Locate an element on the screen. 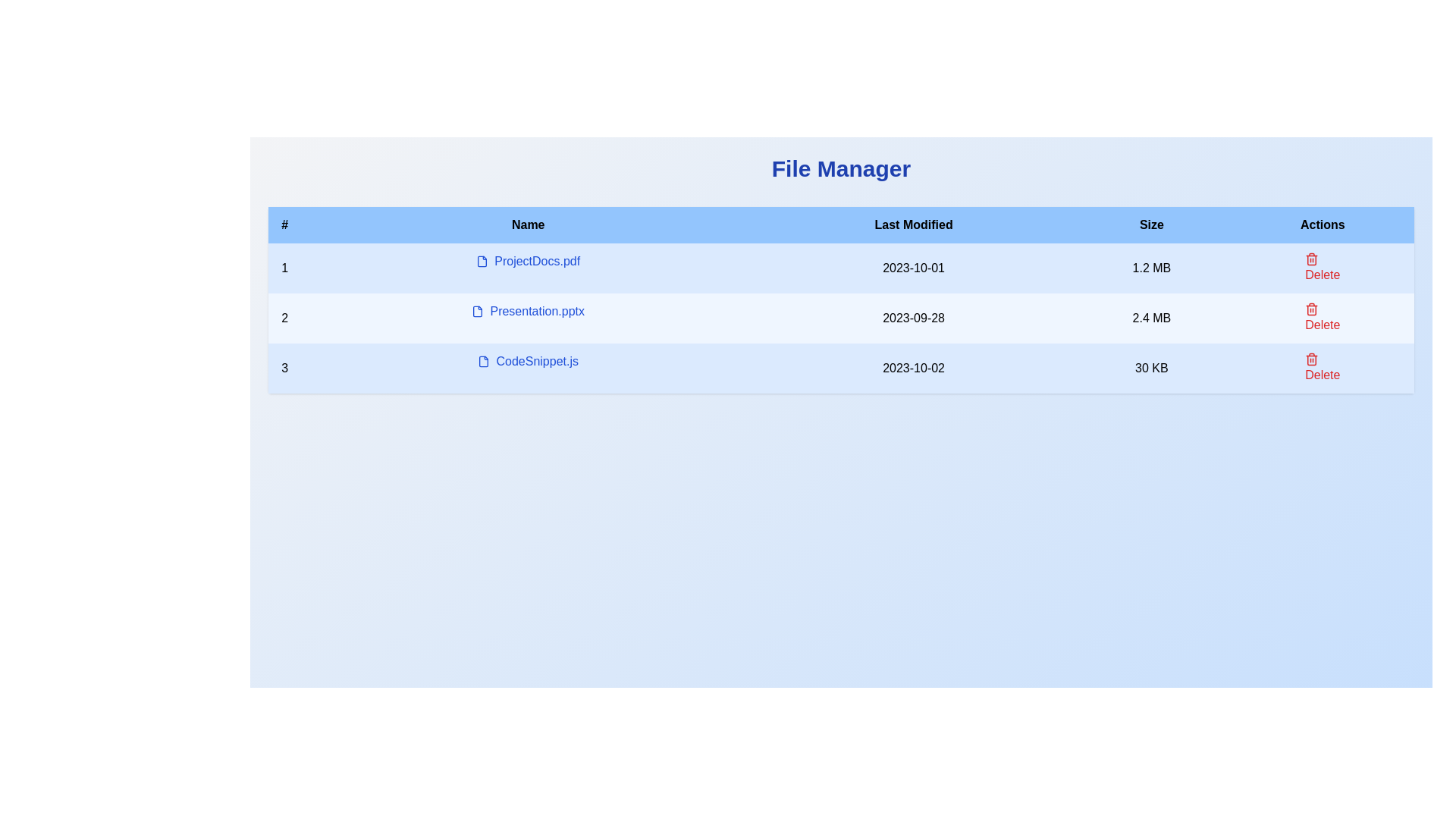 The width and height of the screenshot is (1456, 819). the last modified date text element that is the third sibling in a table row, positioned between the file name and file size is located at coordinates (913, 268).